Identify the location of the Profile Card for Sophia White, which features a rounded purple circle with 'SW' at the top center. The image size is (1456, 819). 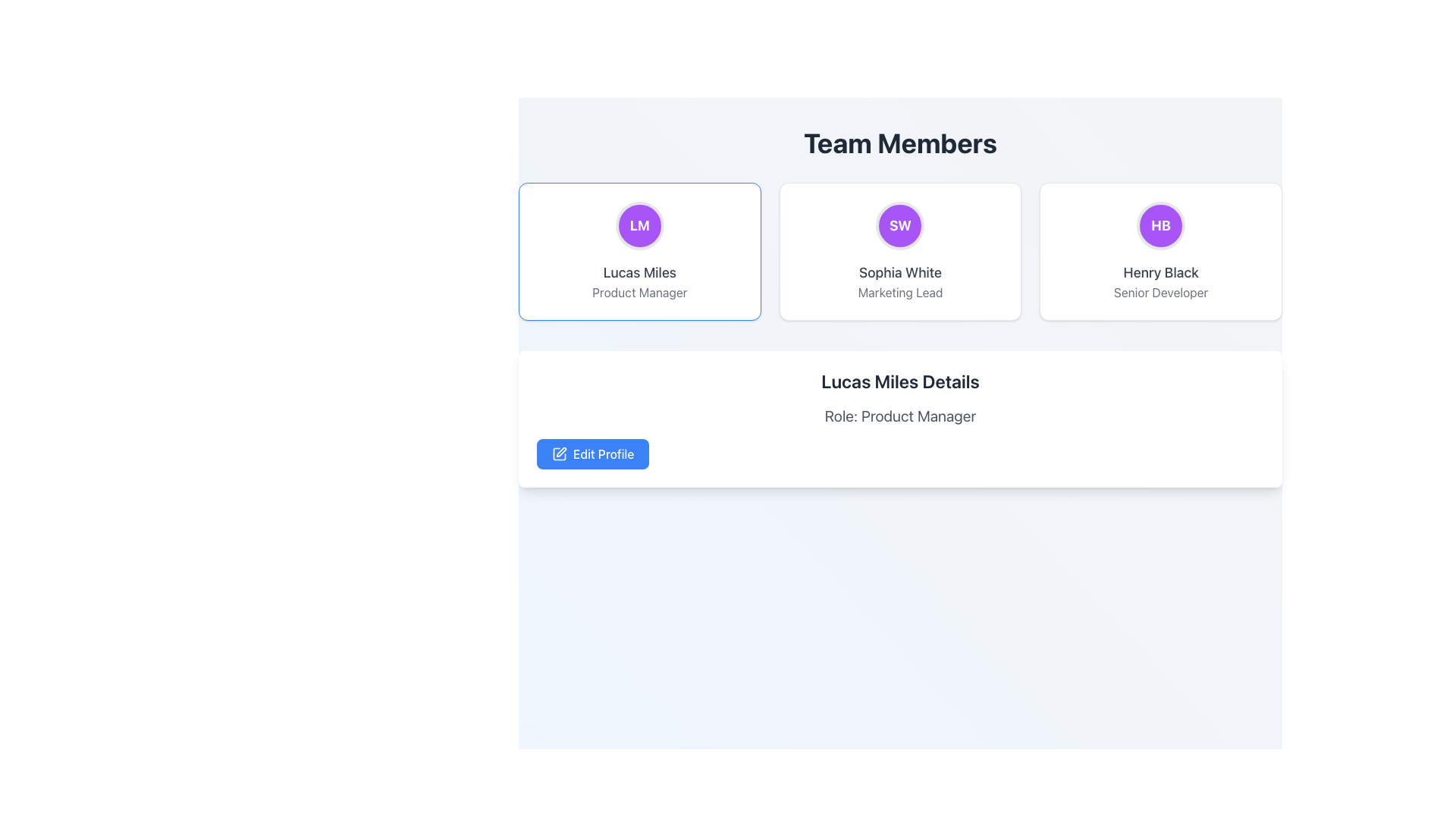
(900, 250).